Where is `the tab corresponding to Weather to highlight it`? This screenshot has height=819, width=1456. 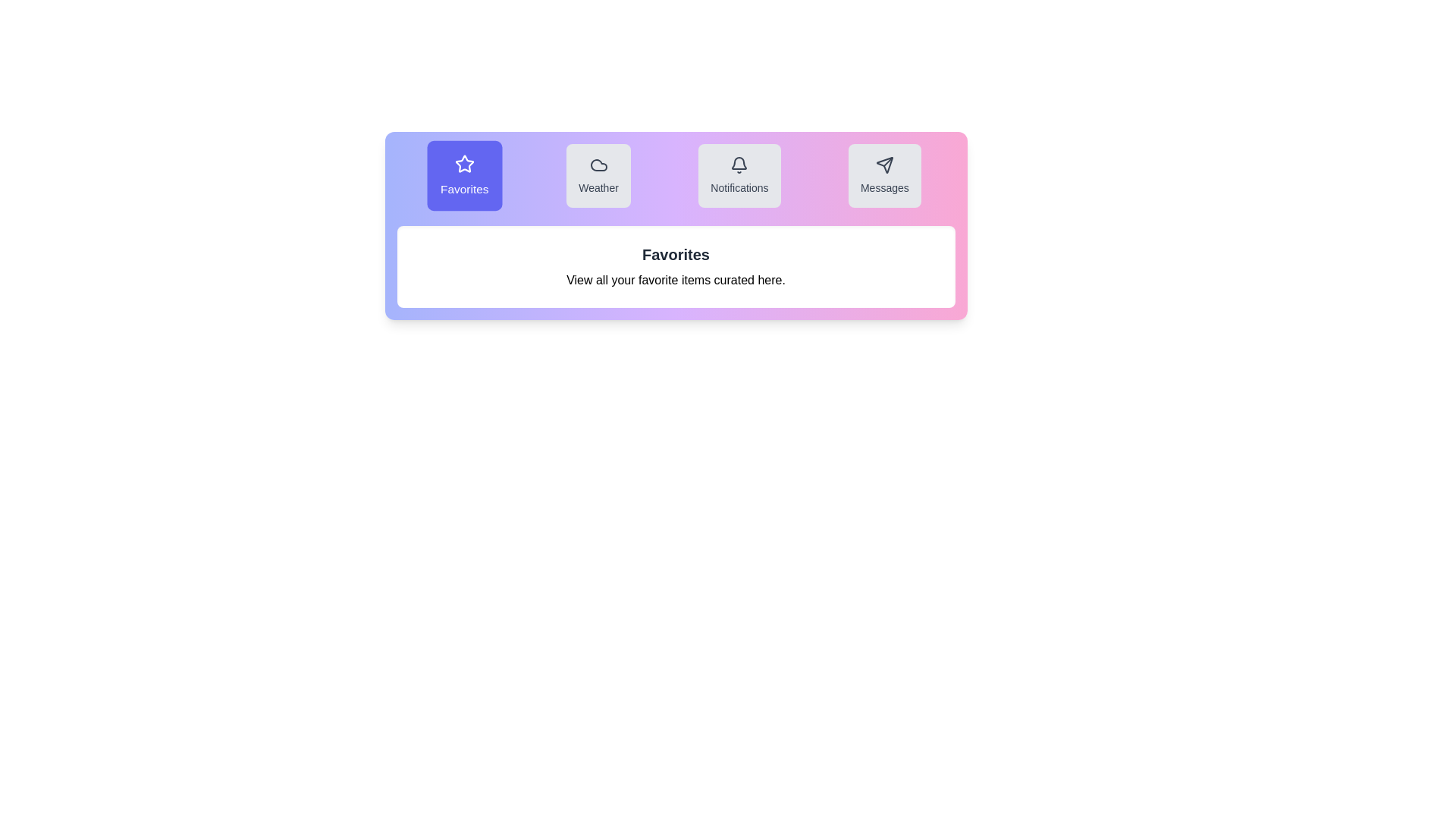
the tab corresponding to Weather to highlight it is located at coordinates (598, 174).